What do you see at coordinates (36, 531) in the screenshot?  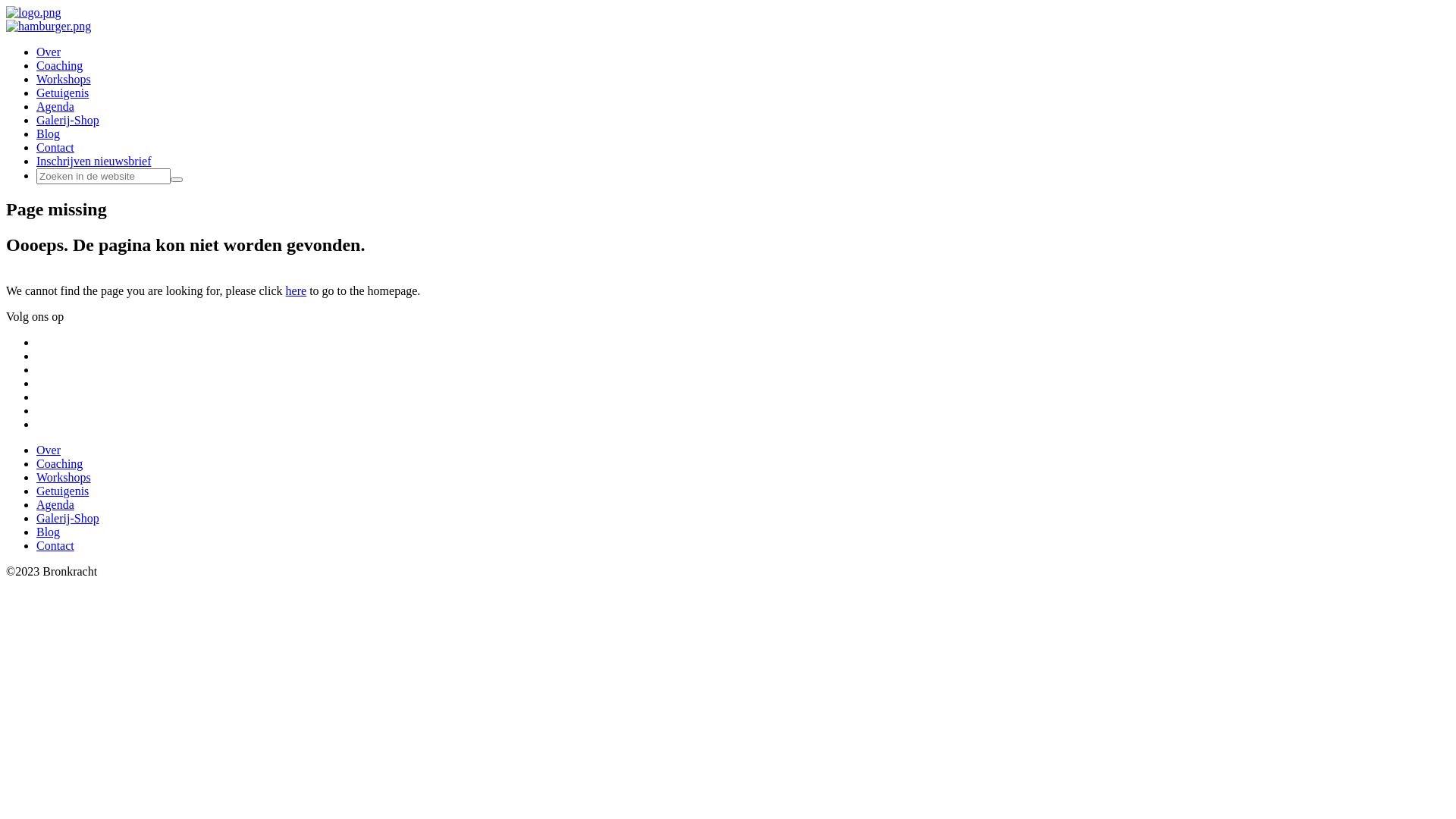 I see `'Blog'` at bounding box center [36, 531].